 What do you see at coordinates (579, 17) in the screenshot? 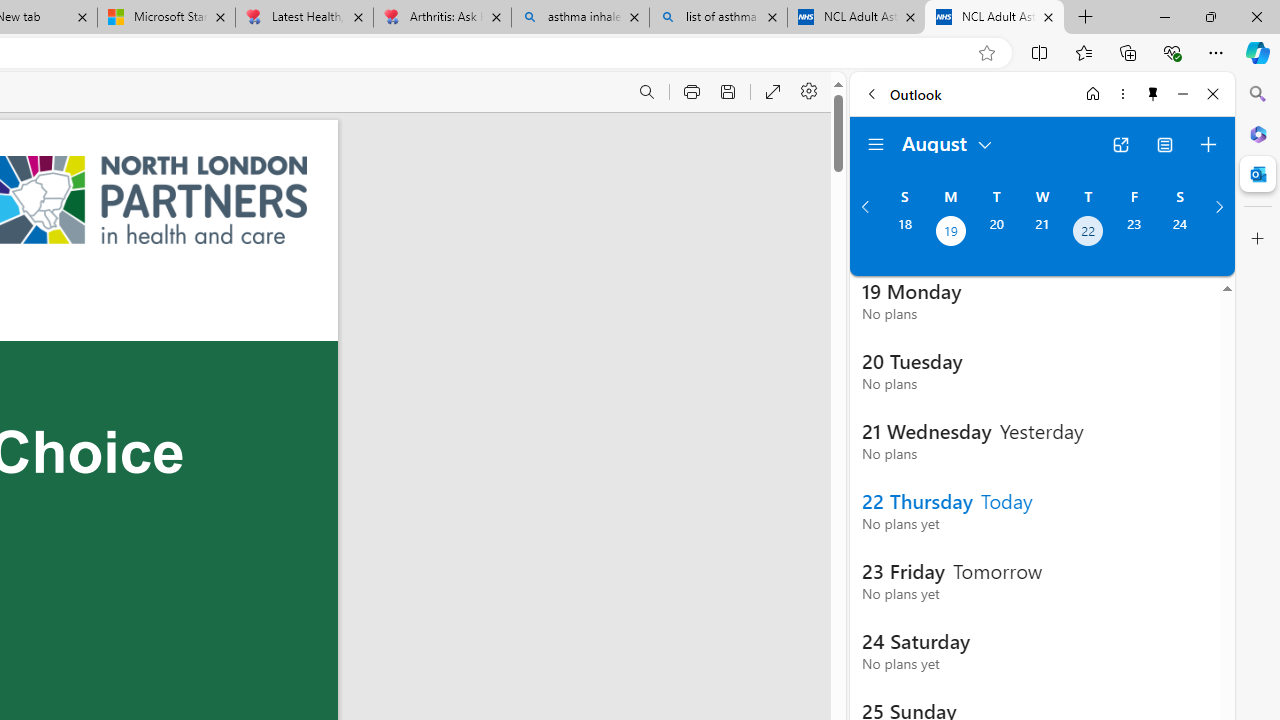
I see `'asthma inhaler - Search'` at bounding box center [579, 17].